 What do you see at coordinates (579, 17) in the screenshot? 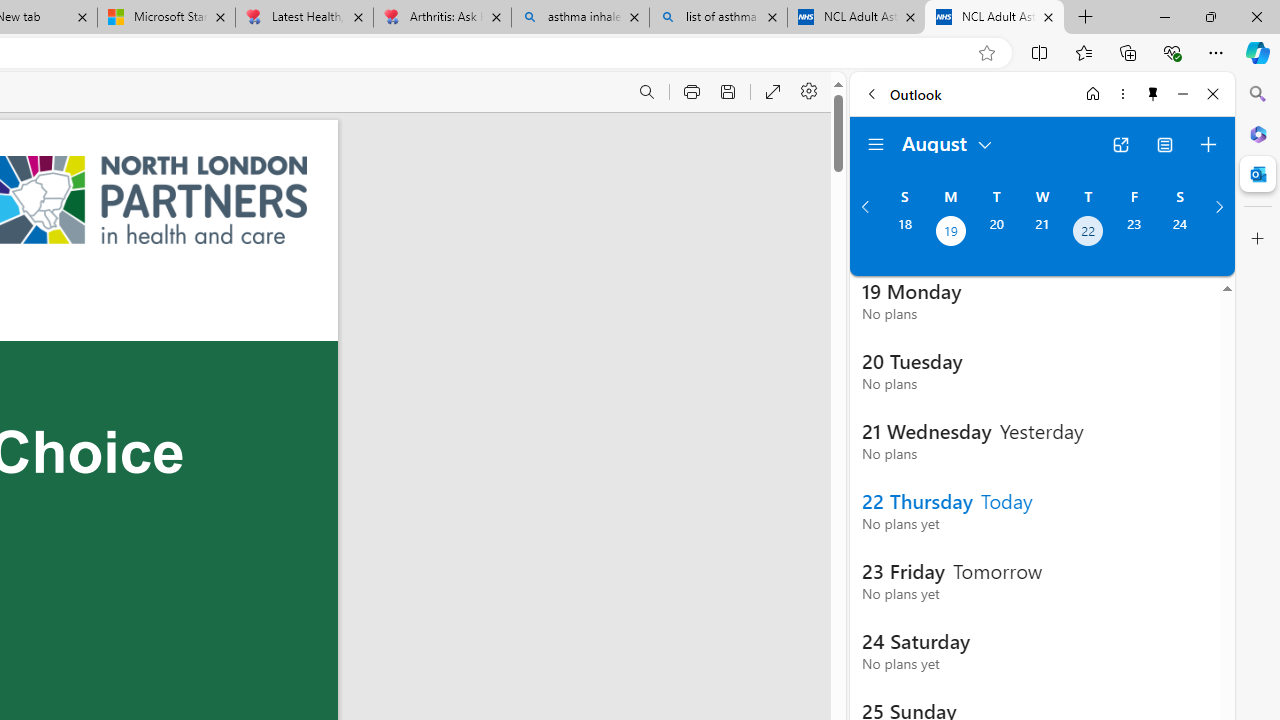
I see `'asthma inhaler - Search'` at bounding box center [579, 17].